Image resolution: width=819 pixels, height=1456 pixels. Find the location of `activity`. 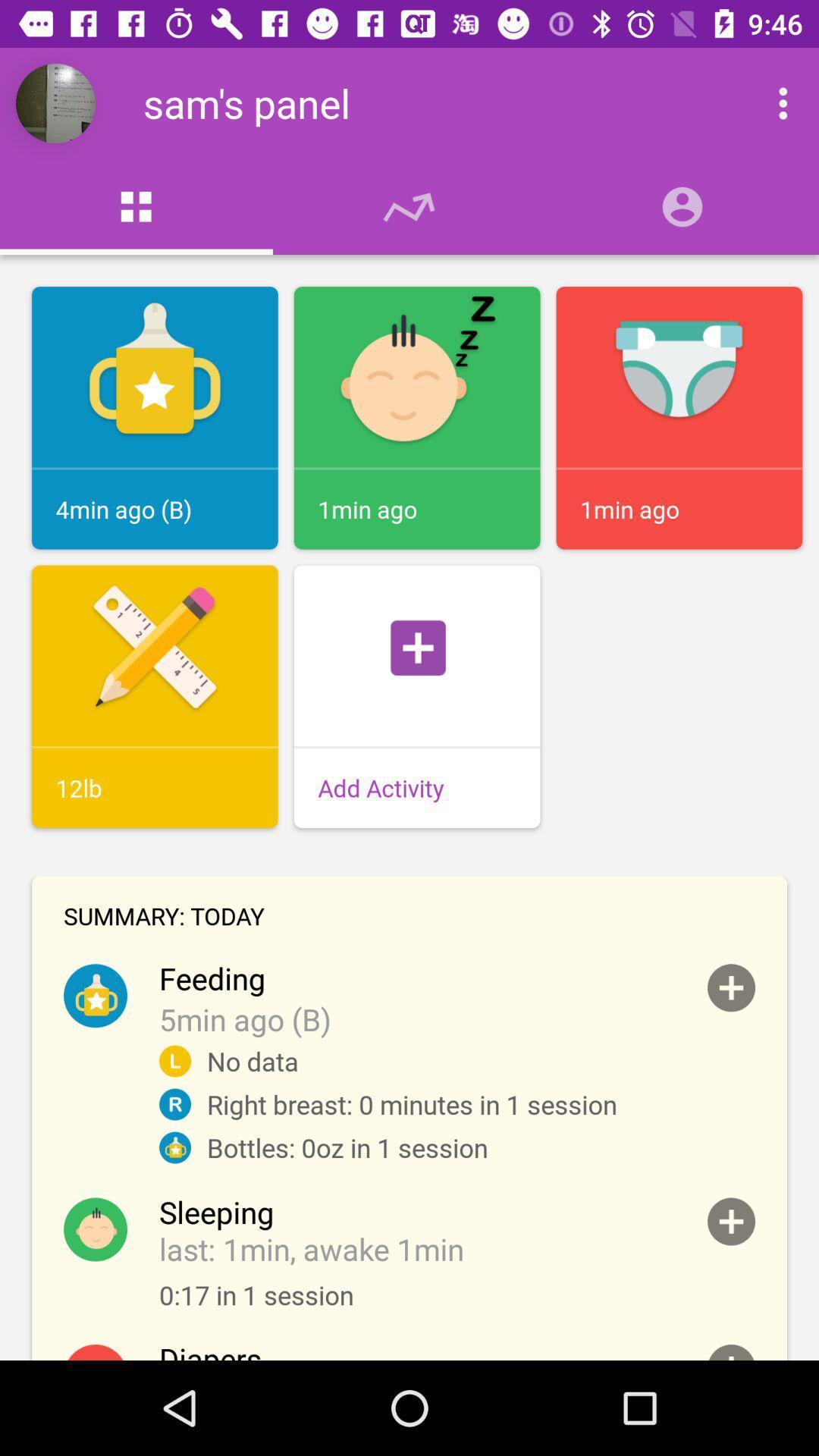

activity is located at coordinates (730, 1222).